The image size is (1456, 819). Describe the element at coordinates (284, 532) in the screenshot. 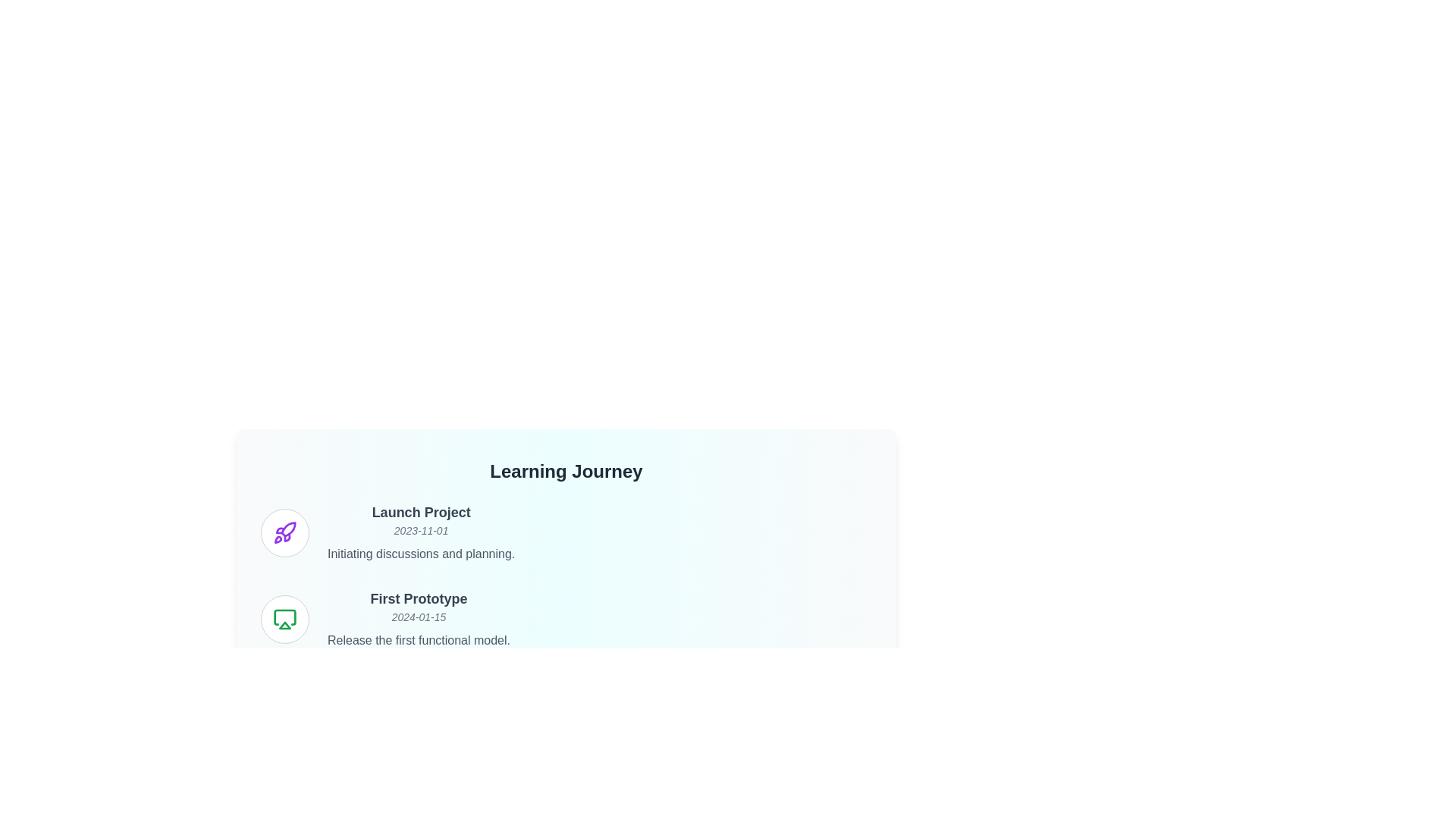

I see `the purple rocket icon with line drawings, located in the 'Learning Journey' section before the 'Launch Project' title` at that location.